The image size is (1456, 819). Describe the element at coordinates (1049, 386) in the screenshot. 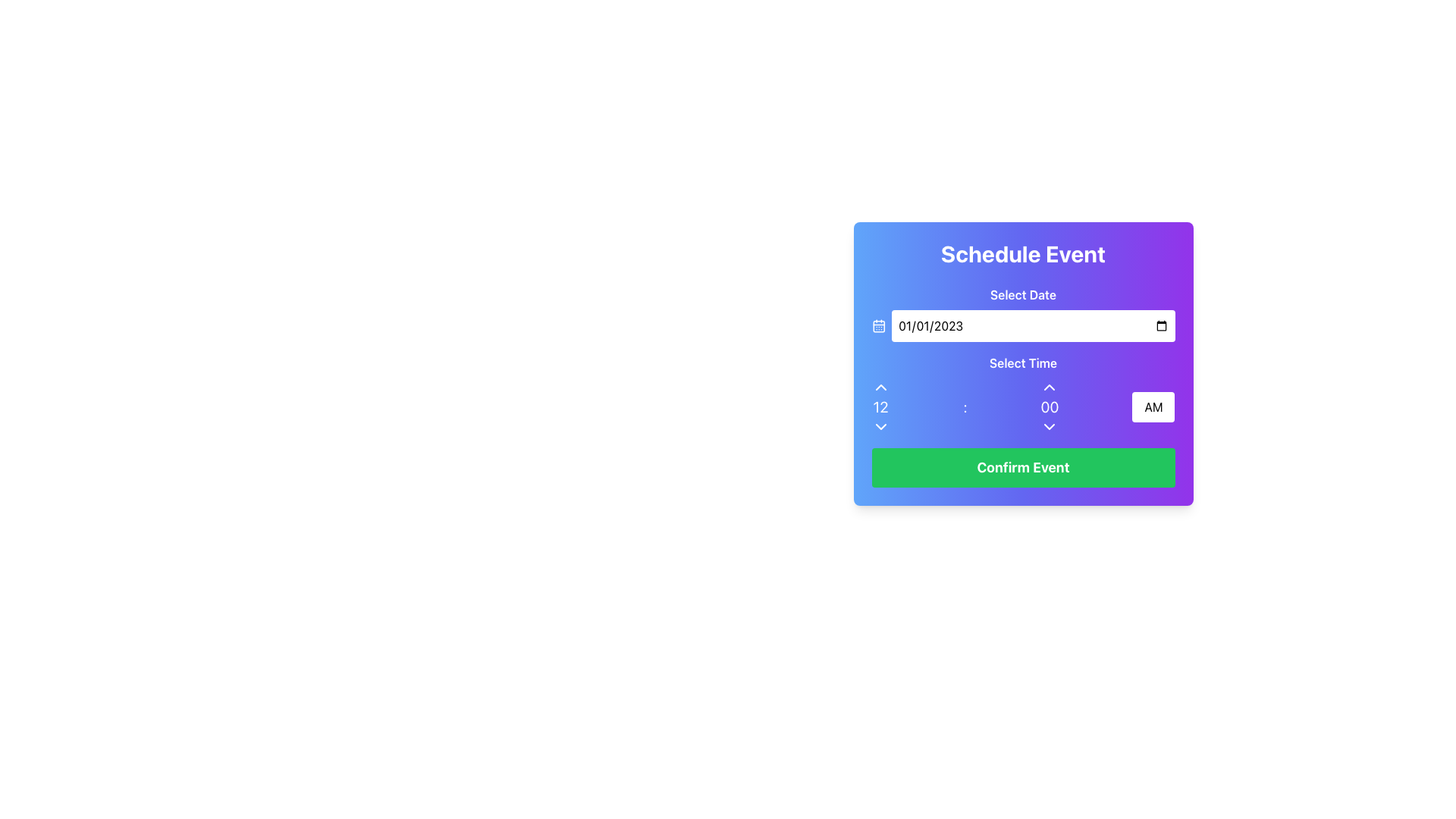

I see `the upward-pointing chevron button located on the right side of the time selection component to increment the value` at that location.